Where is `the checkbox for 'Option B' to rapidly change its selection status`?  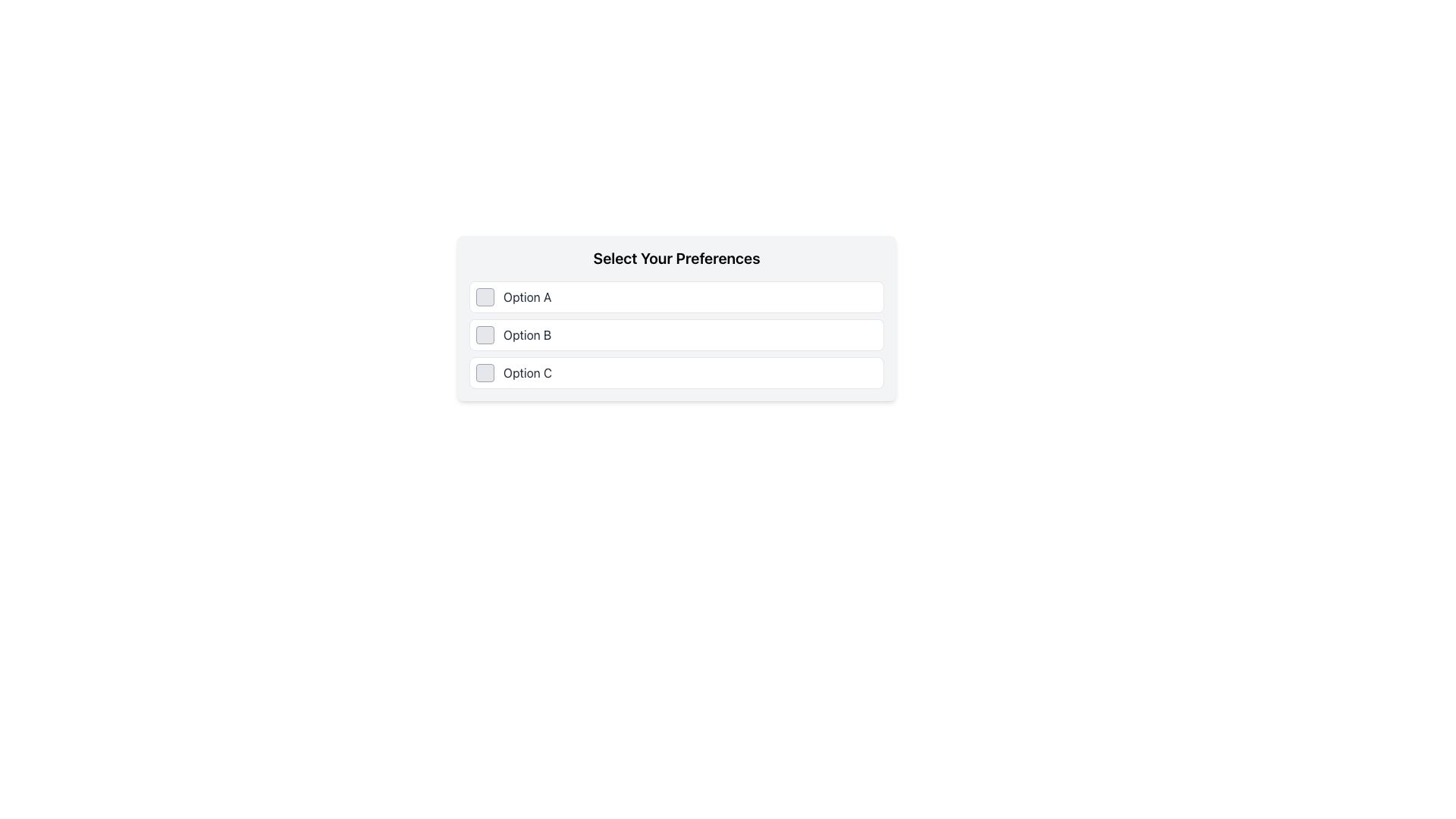 the checkbox for 'Option B' to rapidly change its selection status is located at coordinates (484, 334).